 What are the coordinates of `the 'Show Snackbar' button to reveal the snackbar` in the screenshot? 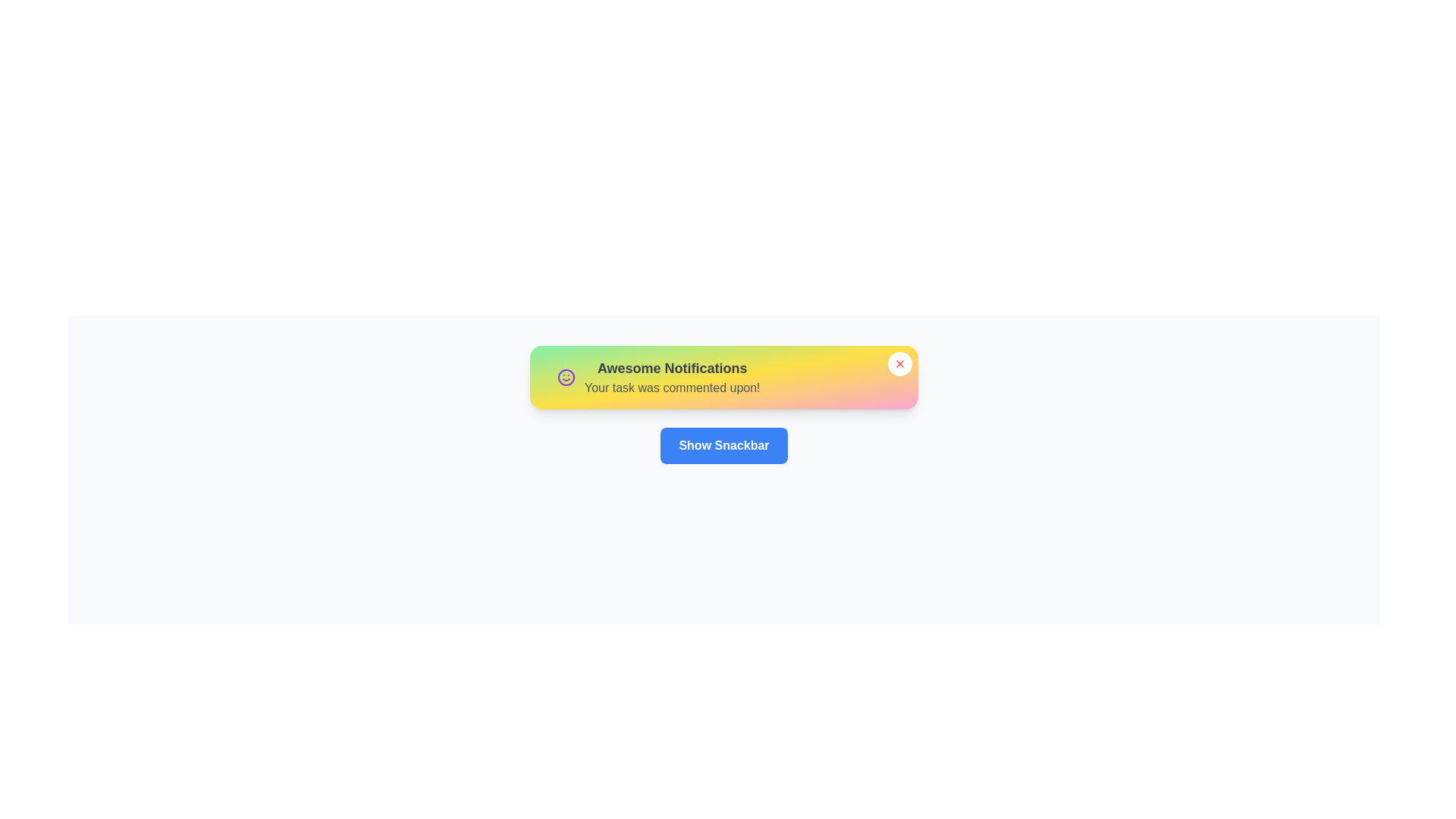 It's located at (723, 444).